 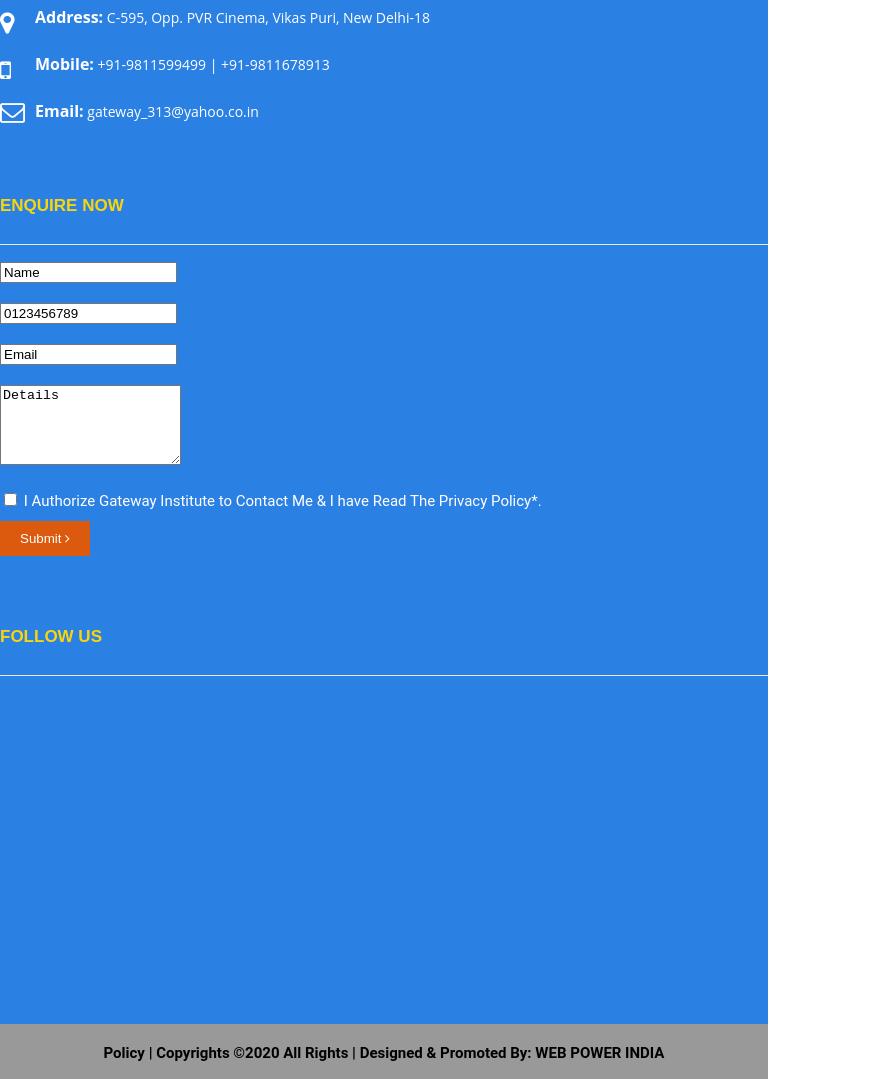 What do you see at coordinates (0, 635) in the screenshot?
I see `'Follow Us'` at bounding box center [0, 635].